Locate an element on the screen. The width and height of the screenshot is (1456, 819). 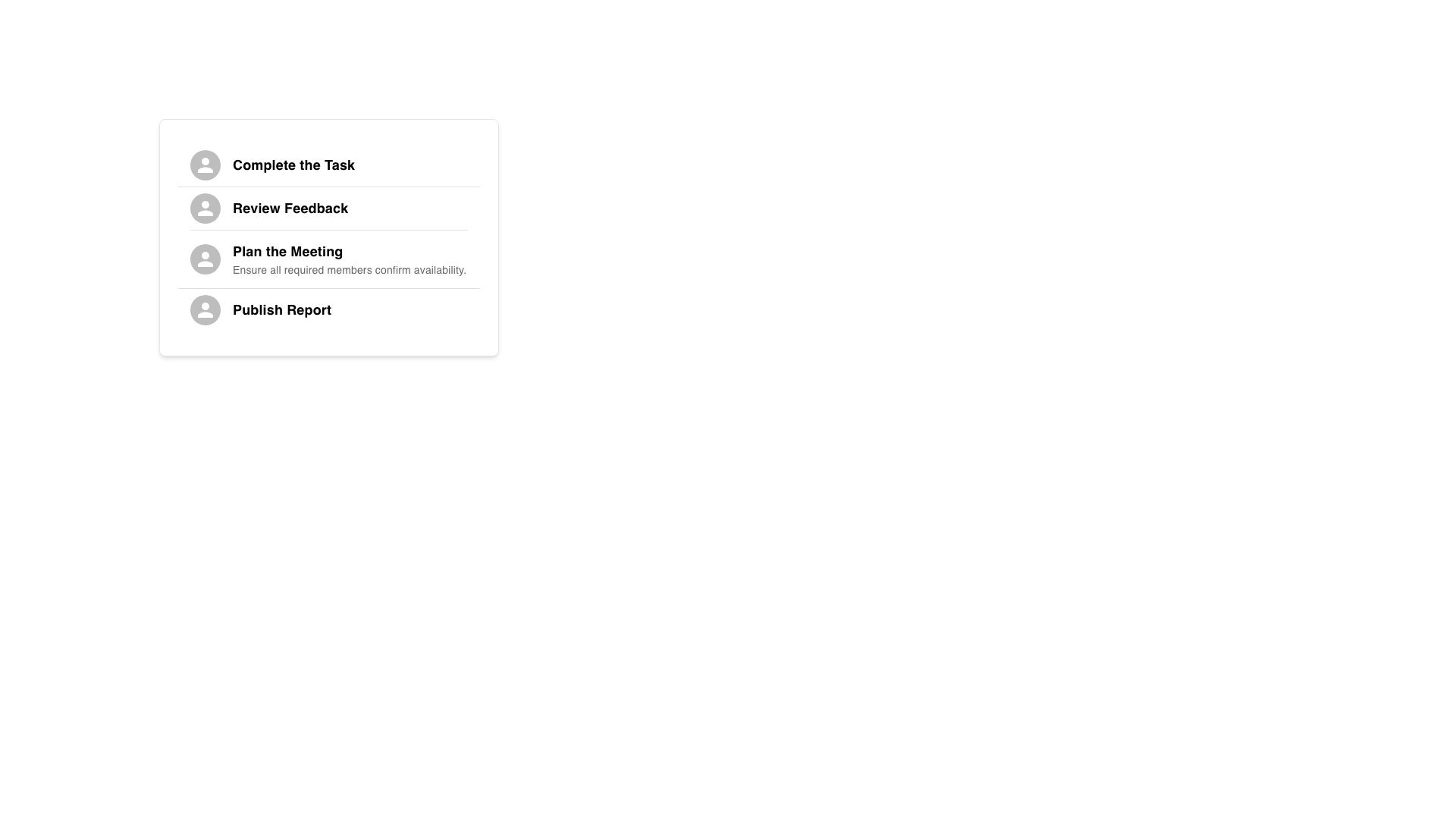
the text label reading 'Complete the Task' is located at coordinates (349, 165).